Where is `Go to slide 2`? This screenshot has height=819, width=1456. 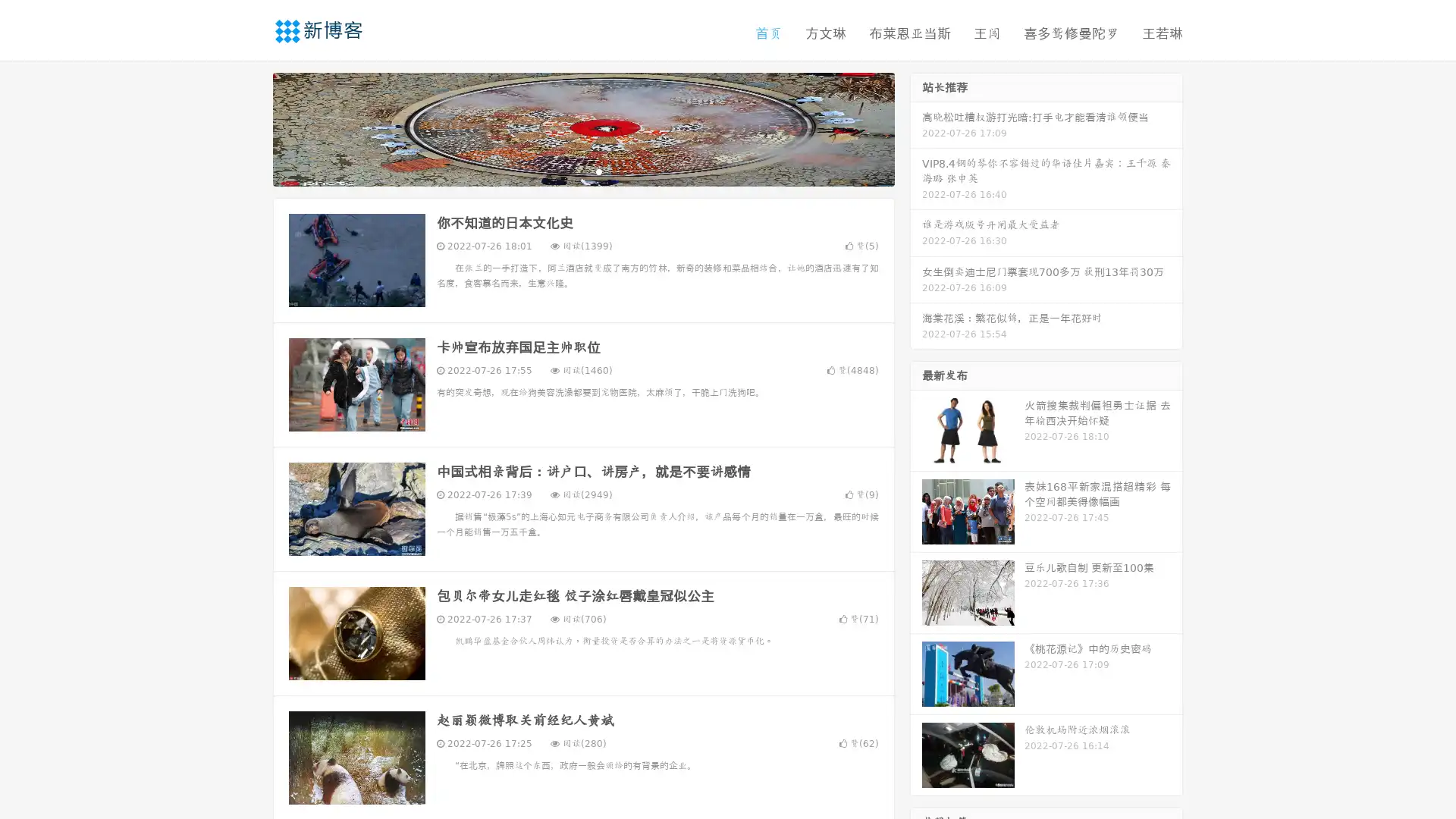 Go to slide 2 is located at coordinates (582, 171).